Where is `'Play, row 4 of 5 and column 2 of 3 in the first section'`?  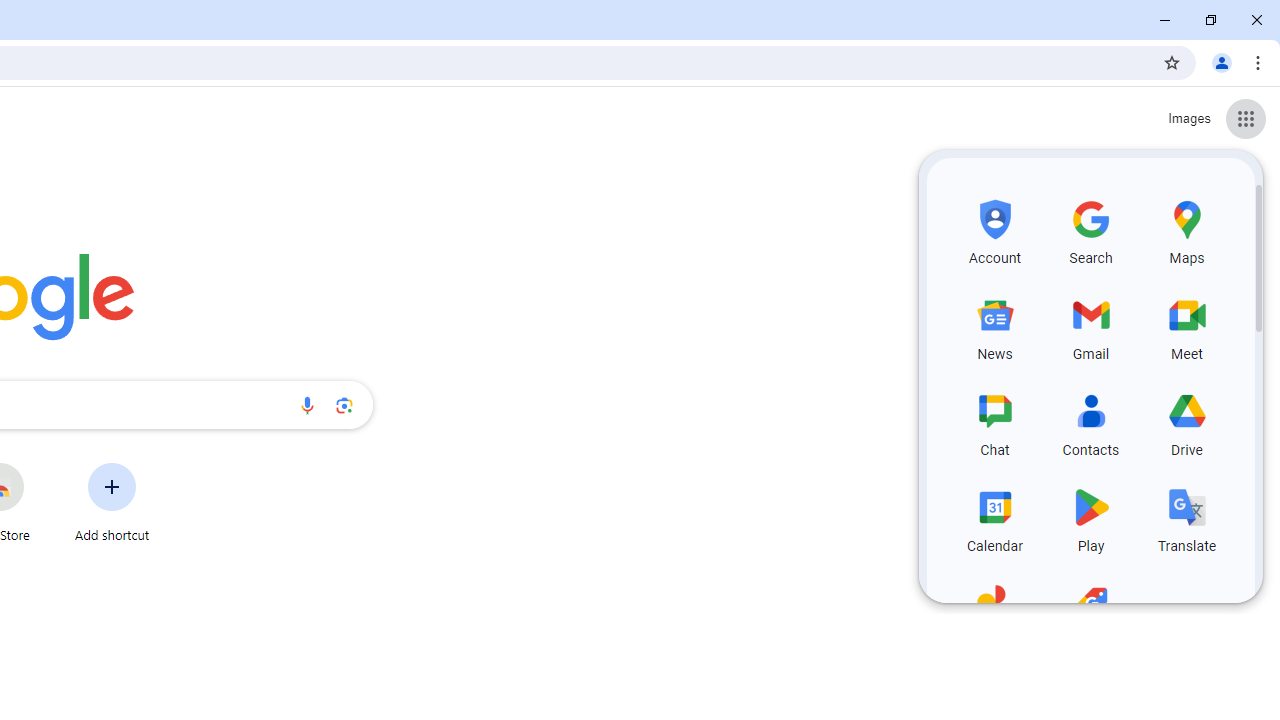
'Play, row 4 of 5 and column 2 of 3 in the first section' is located at coordinates (1090, 517).